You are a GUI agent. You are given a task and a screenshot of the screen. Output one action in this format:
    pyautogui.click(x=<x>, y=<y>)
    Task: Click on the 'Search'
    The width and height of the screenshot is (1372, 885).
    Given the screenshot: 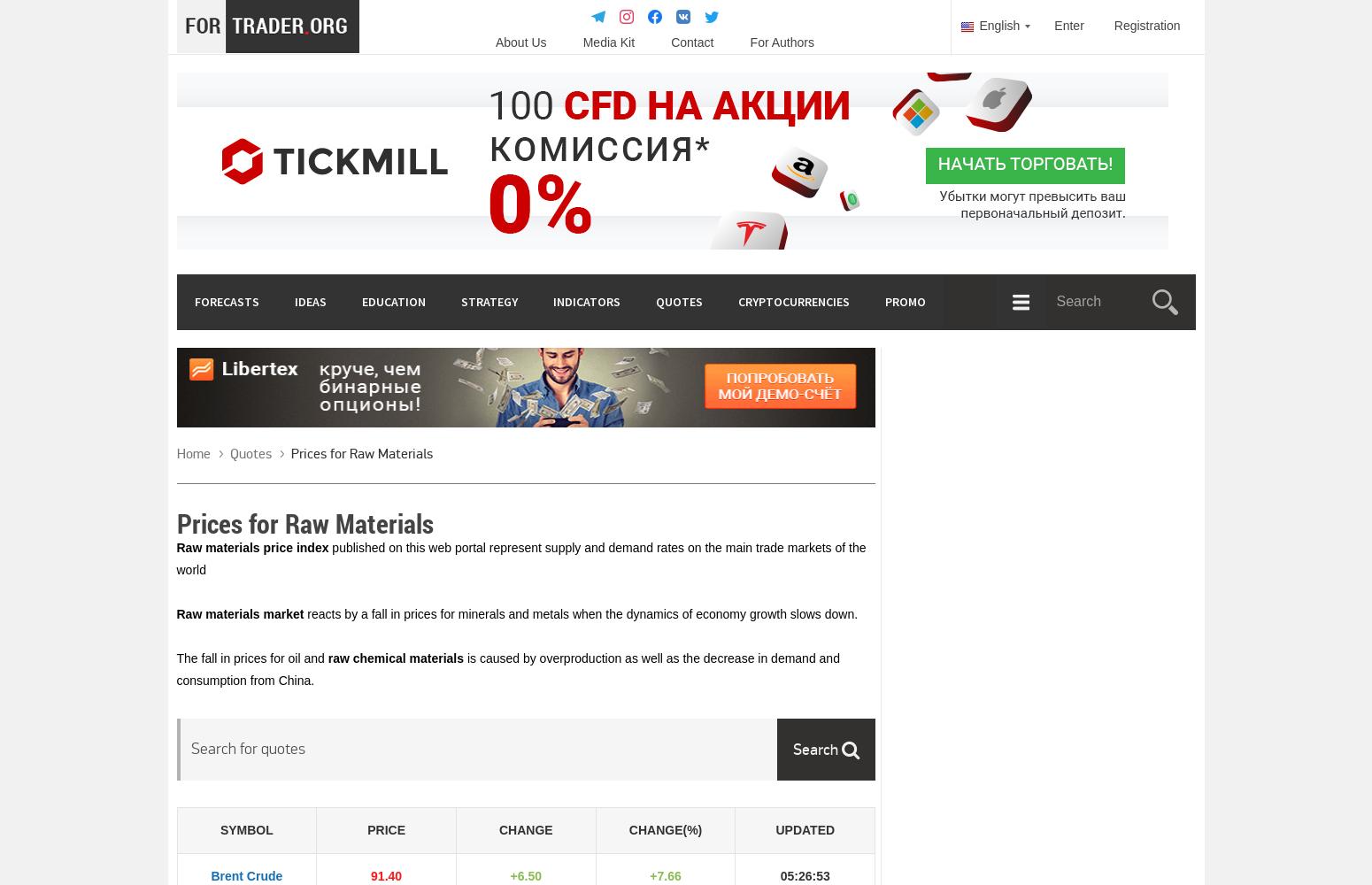 What is the action you would take?
    pyautogui.click(x=817, y=749)
    